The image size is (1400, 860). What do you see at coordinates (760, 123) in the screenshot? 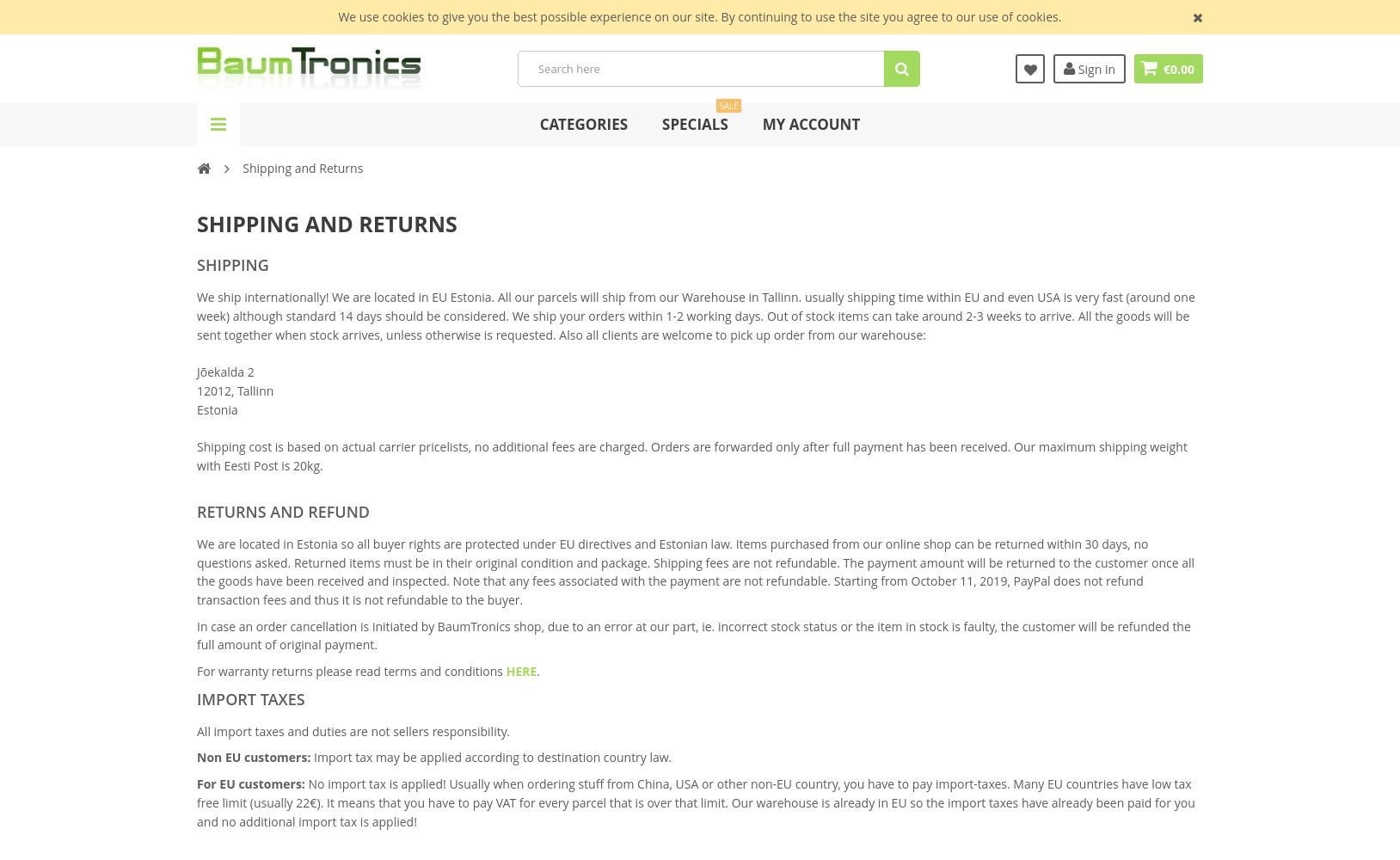
I see `'My Account'` at bounding box center [760, 123].